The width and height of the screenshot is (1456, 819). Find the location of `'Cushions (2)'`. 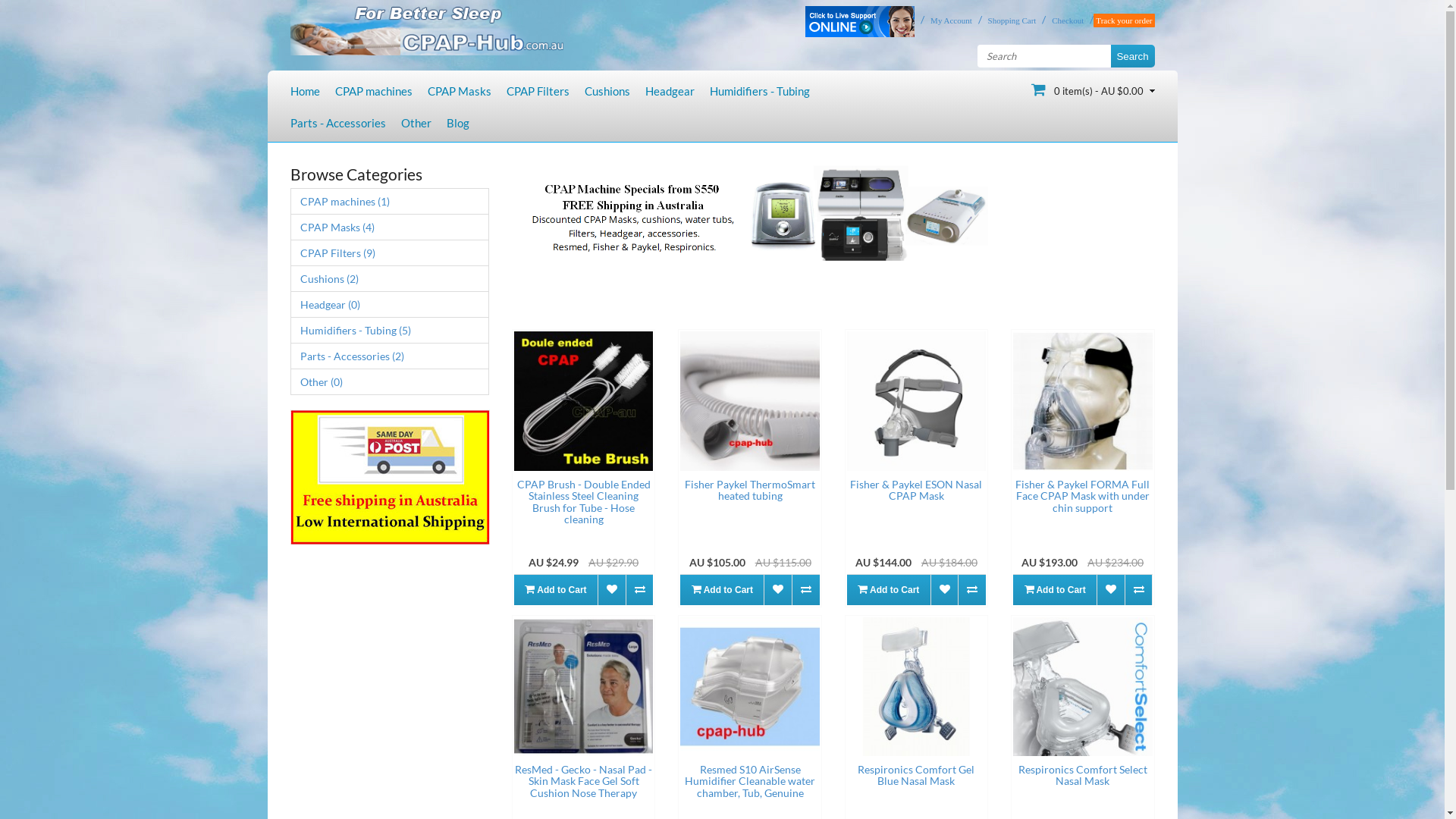

'Cushions (2)' is located at coordinates (389, 278).